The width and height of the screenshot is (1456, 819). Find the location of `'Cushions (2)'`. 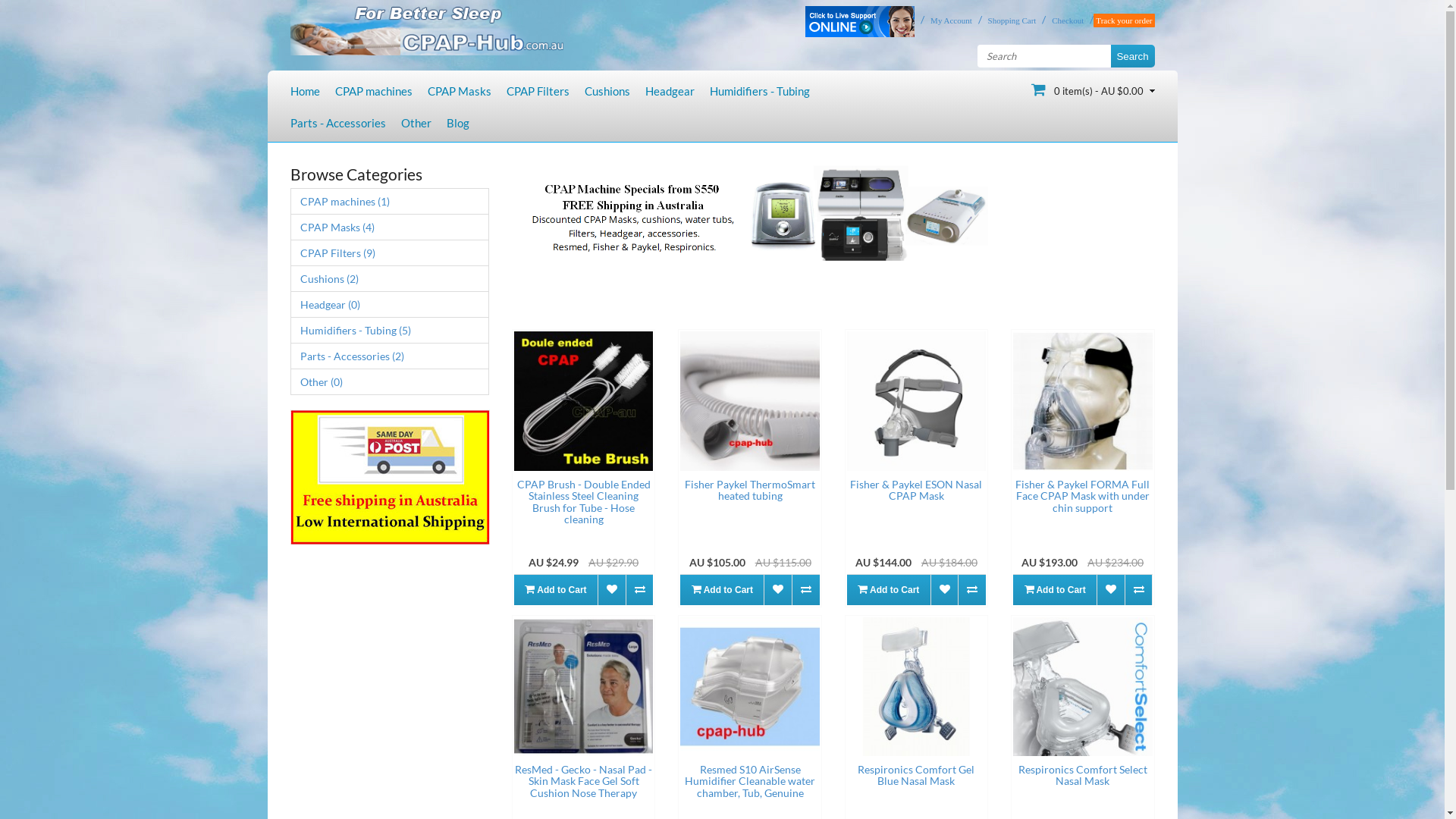

'Cushions (2)' is located at coordinates (389, 278).